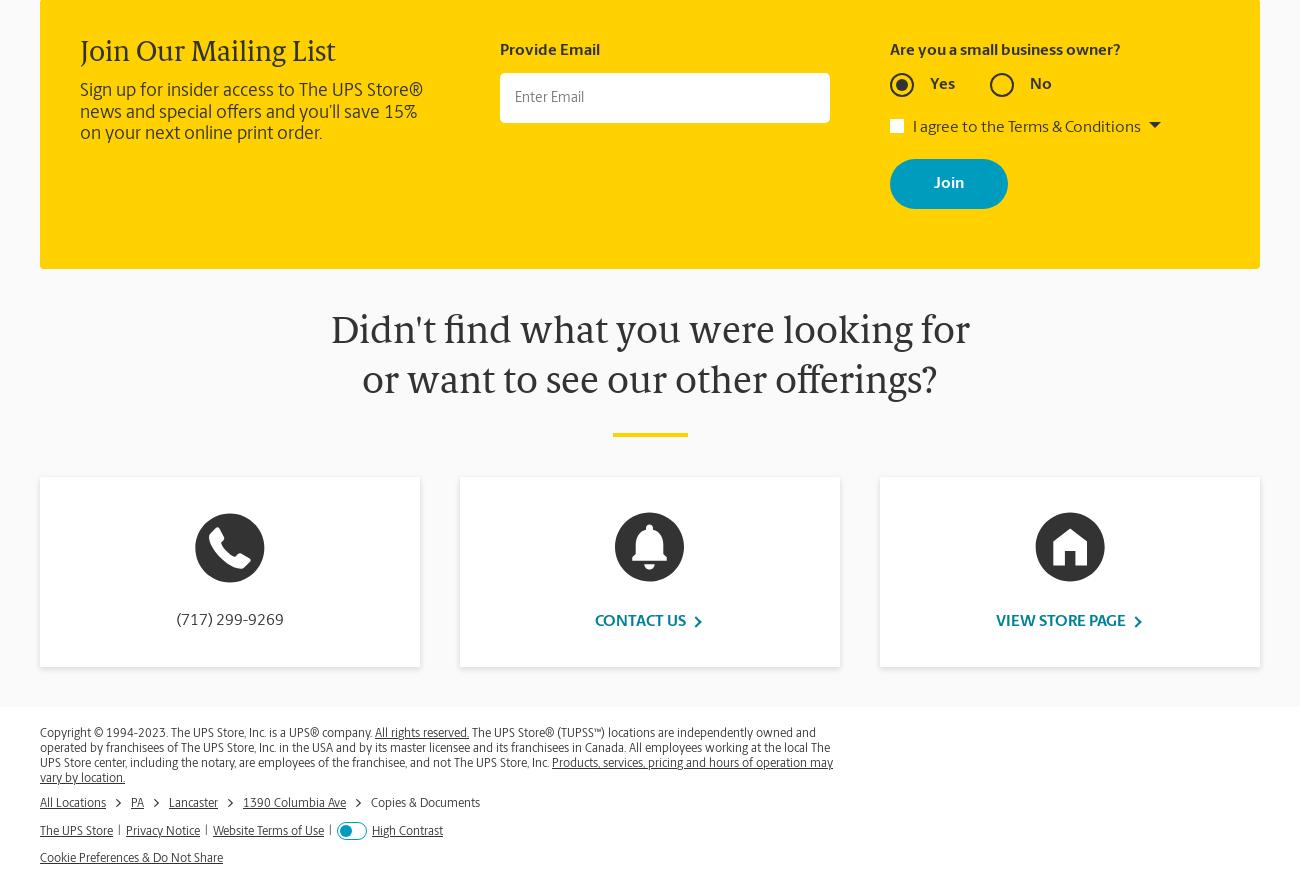 The image size is (1300, 885). Describe the element at coordinates (39, 831) in the screenshot. I see `'The UPS Store'` at that location.